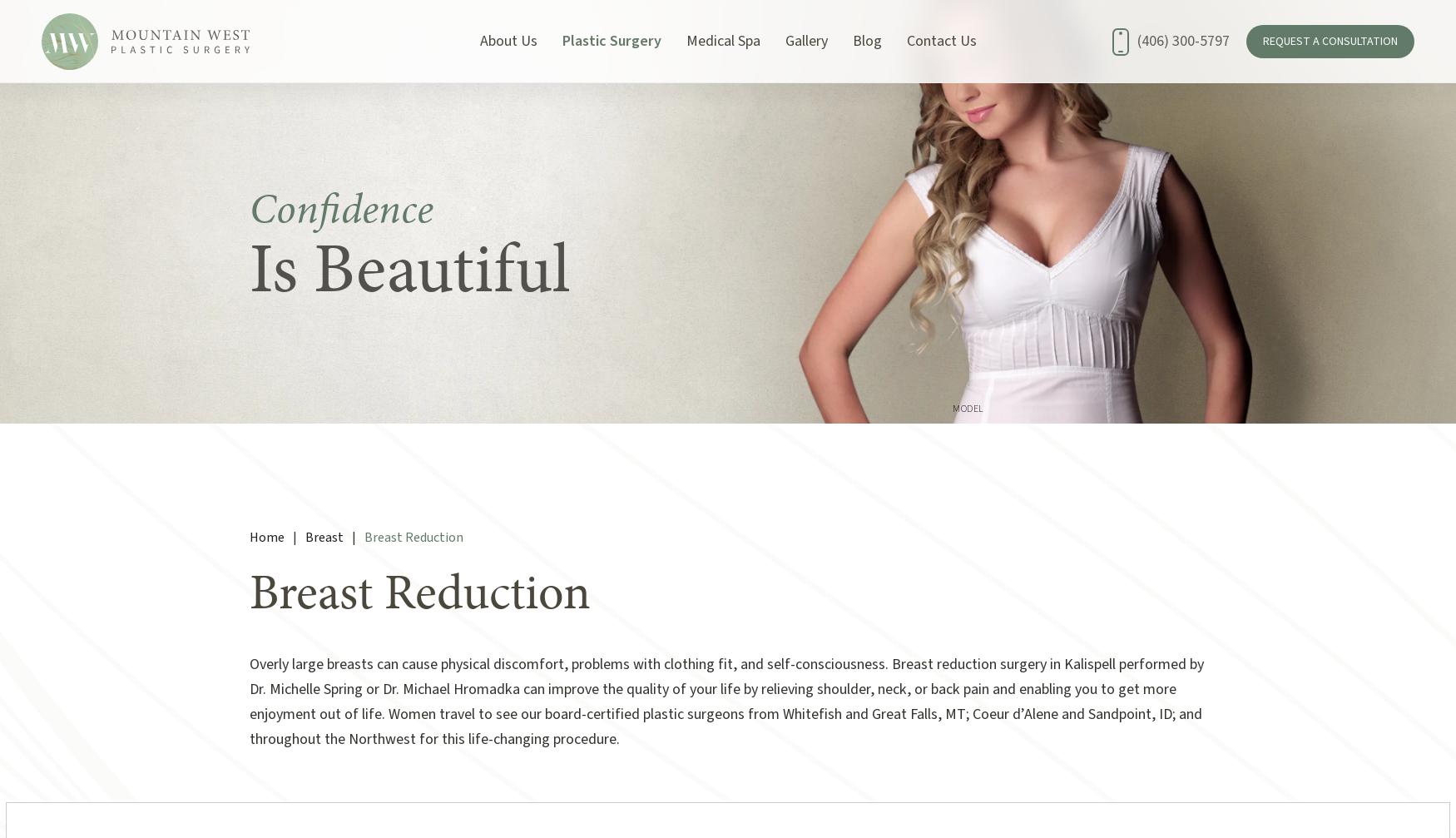 Image resolution: width=1456 pixels, height=838 pixels. I want to click on 'Contact Us', so click(940, 41).